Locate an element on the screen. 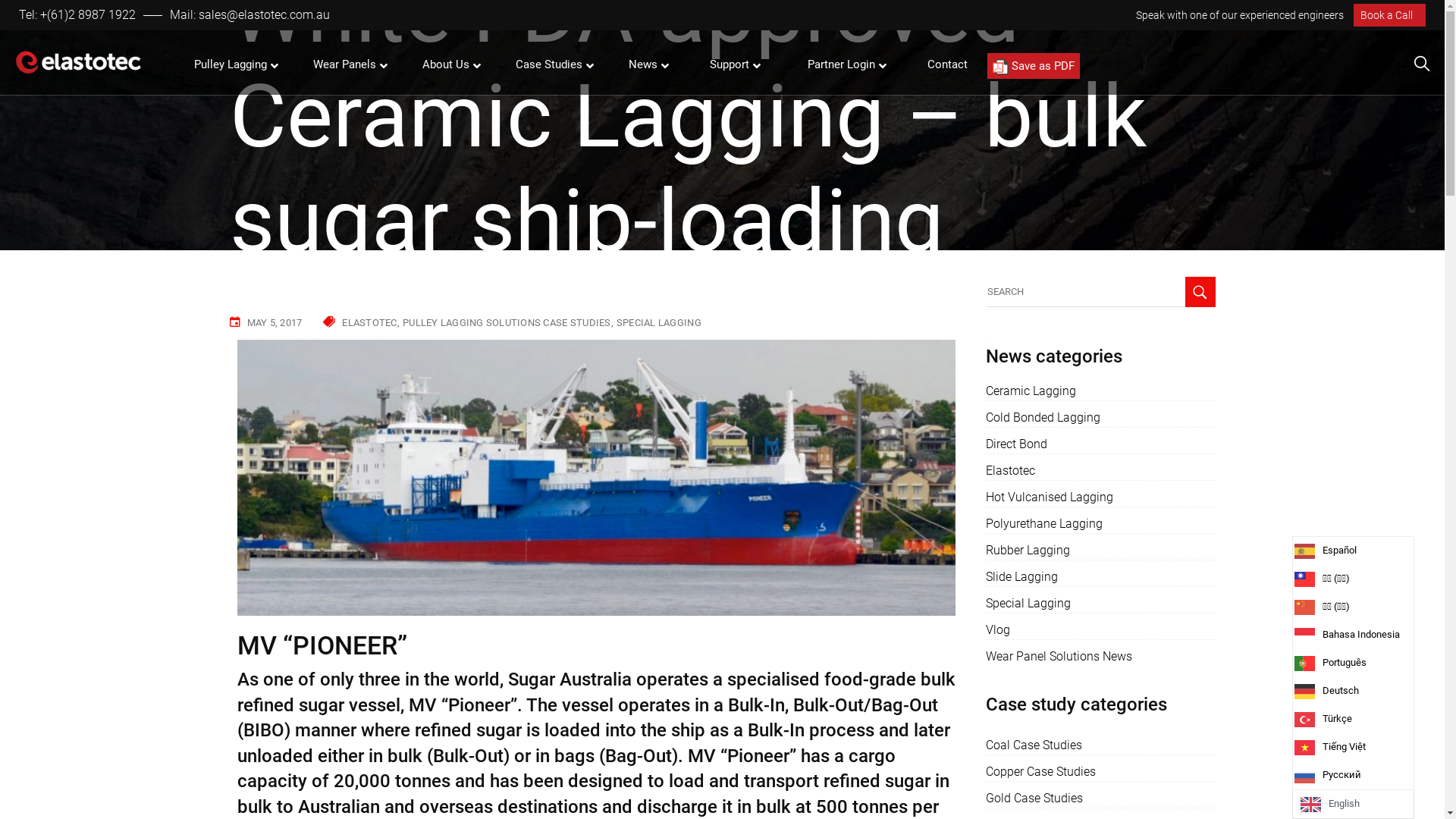 This screenshot has width=1456, height=819. 'Partner Login' is located at coordinates (792, 64).